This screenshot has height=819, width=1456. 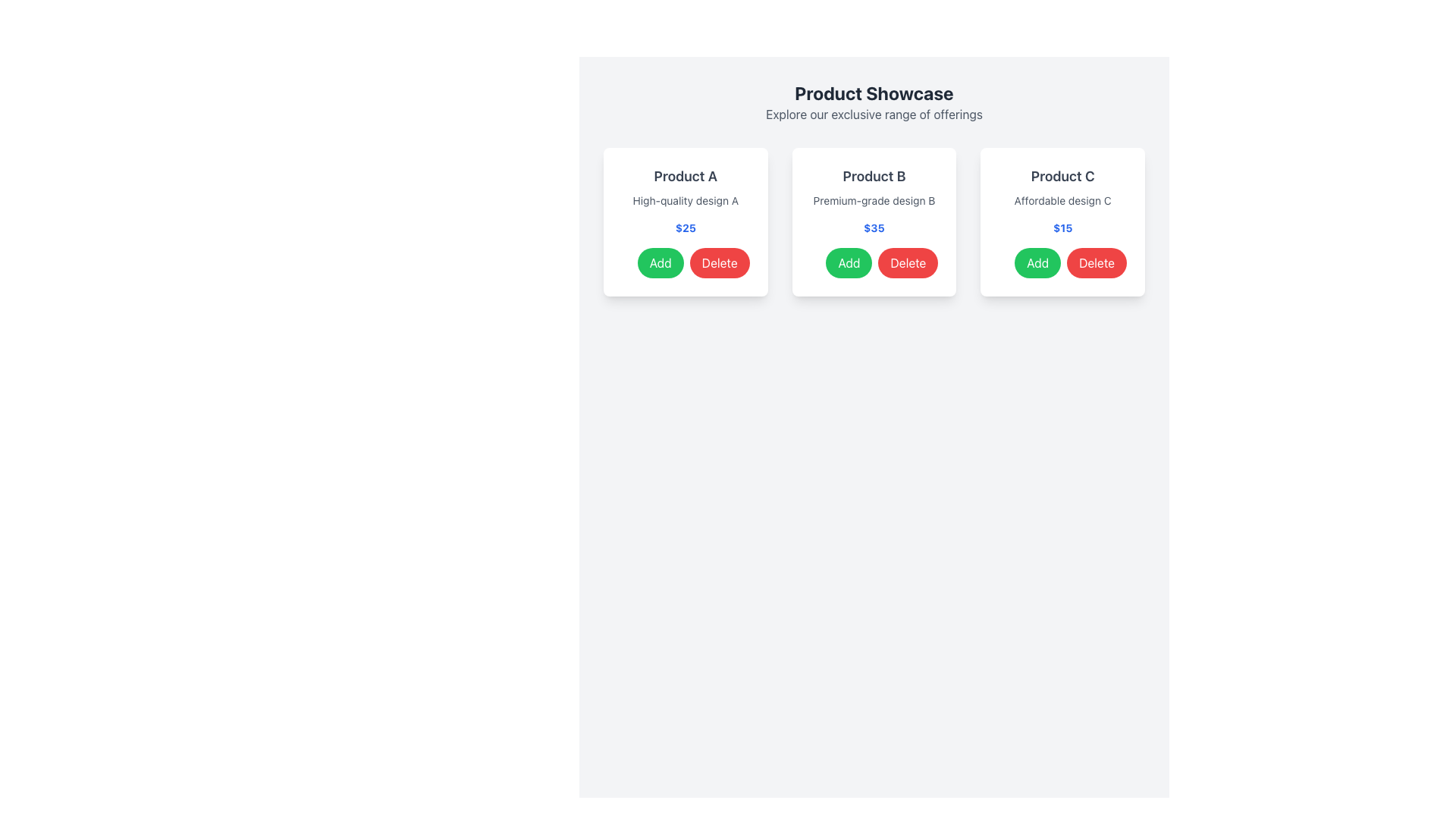 I want to click on the 'Add' button located at the bottom-right part of the 'Product C' card, beneath the price '$15', so click(x=1062, y=262).